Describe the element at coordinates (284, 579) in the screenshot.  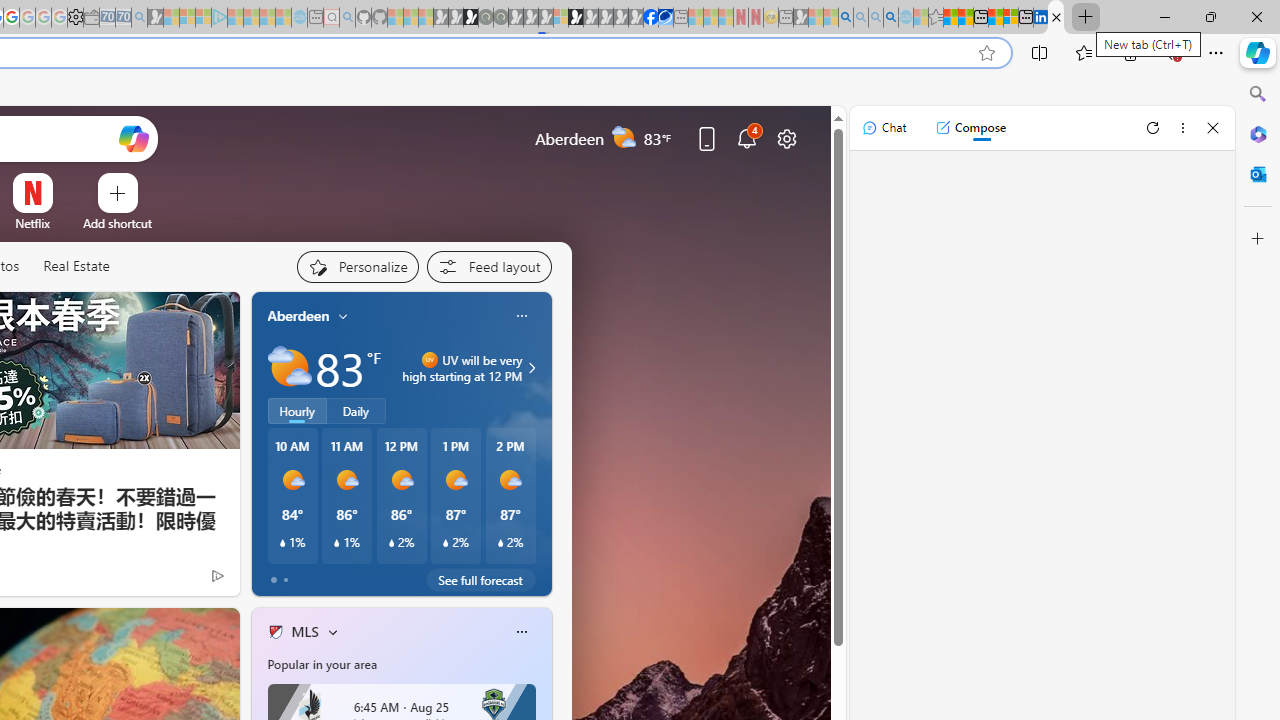
I see `'tab-1'` at that location.